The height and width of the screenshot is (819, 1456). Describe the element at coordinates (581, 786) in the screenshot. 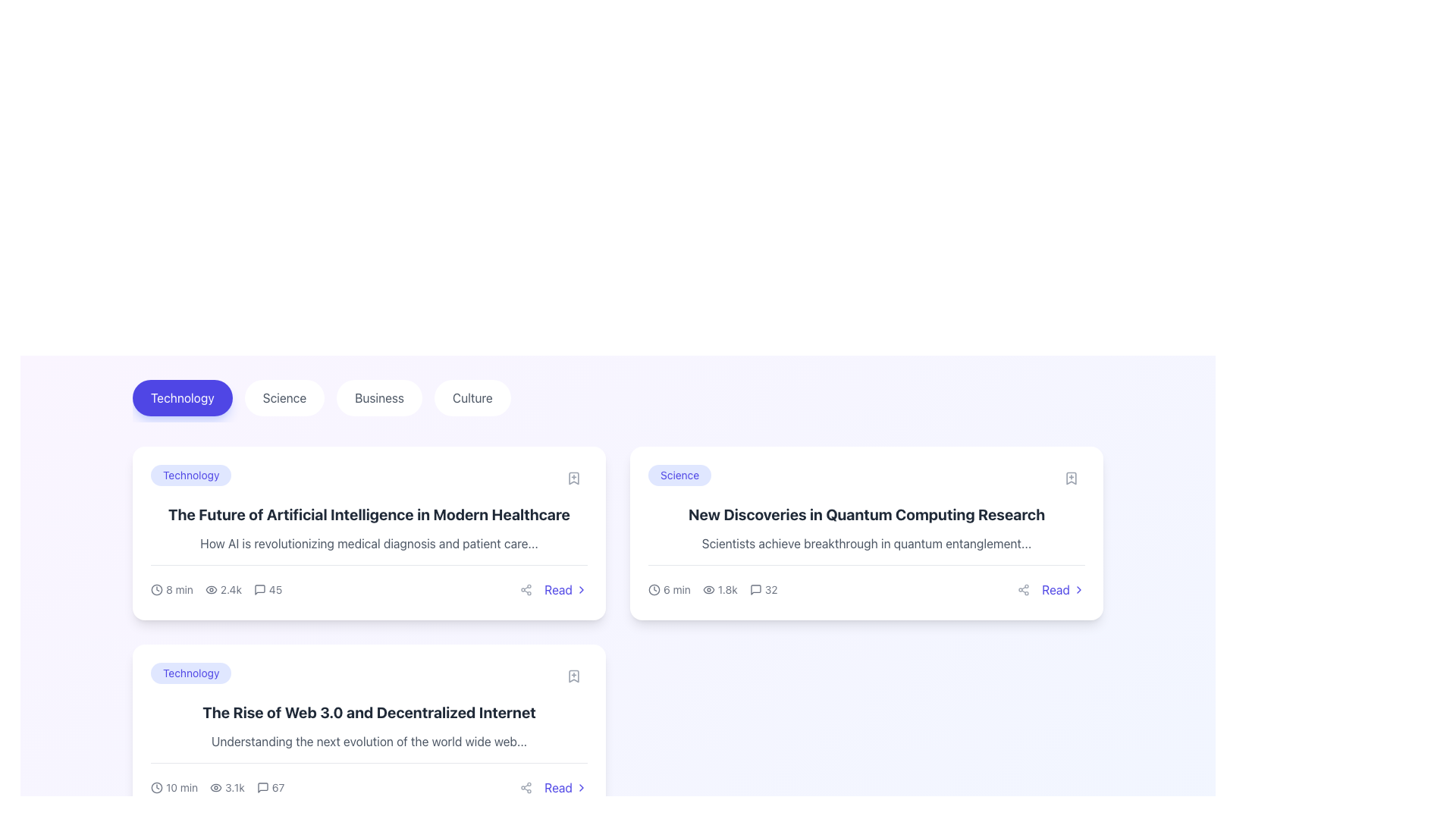

I see `the interactive icon within the 'Read' button located at the bottom-right corner of the second card in the interface` at that location.